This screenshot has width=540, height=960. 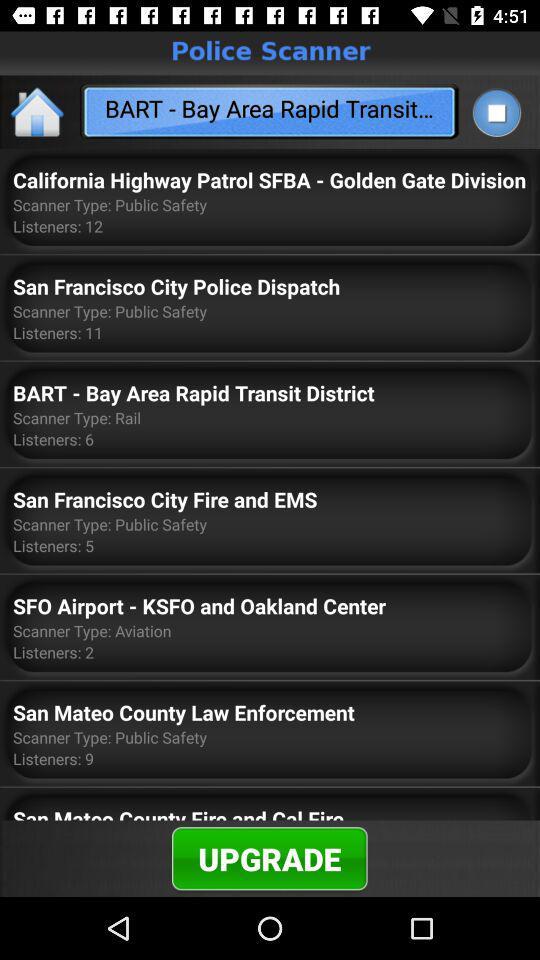 What do you see at coordinates (269, 179) in the screenshot?
I see `the item above the scanner type public app` at bounding box center [269, 179].